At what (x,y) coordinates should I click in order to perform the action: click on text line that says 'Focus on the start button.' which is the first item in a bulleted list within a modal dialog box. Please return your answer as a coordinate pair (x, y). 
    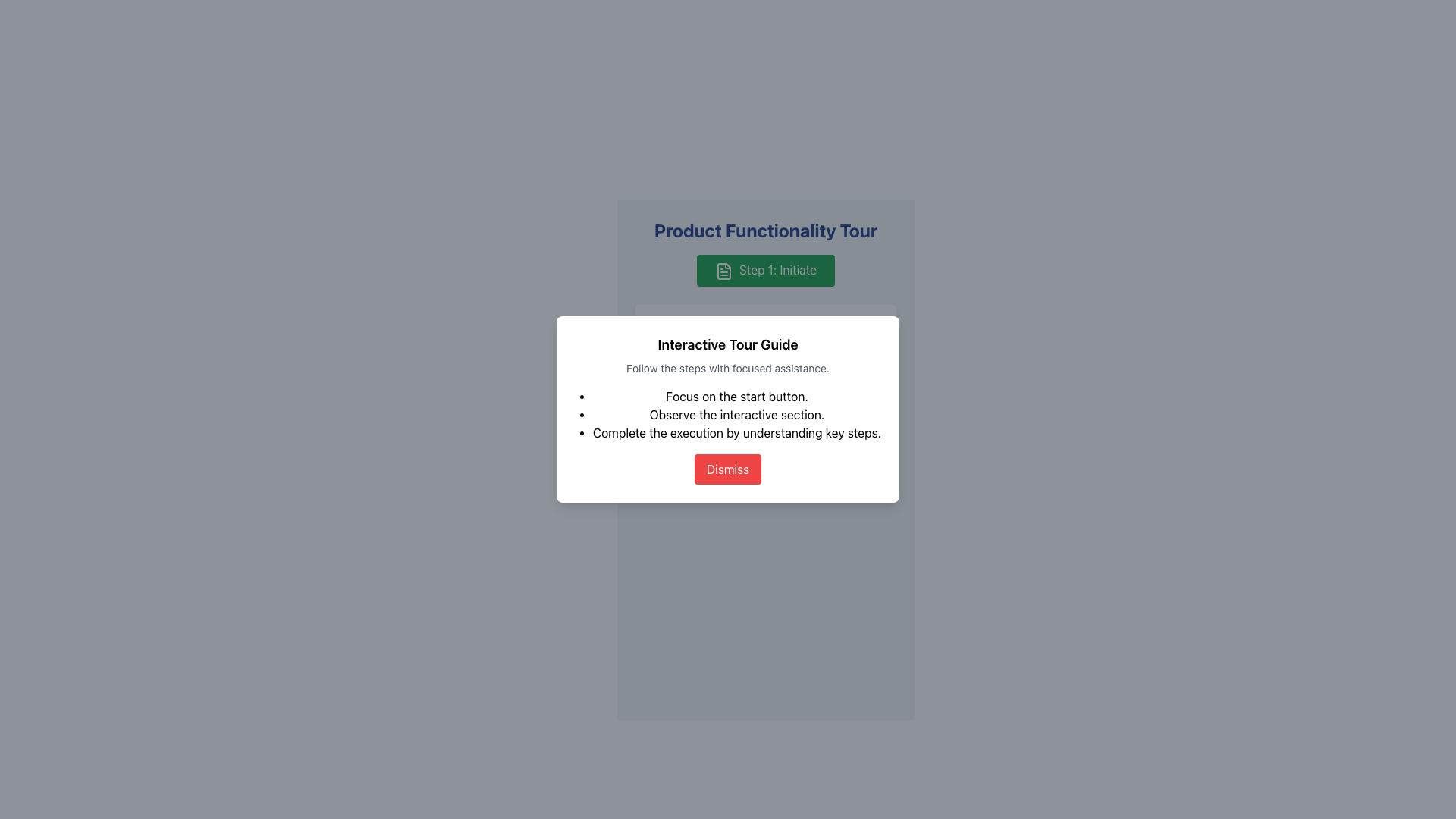
    Looking at the image, I should click on (736, 394).